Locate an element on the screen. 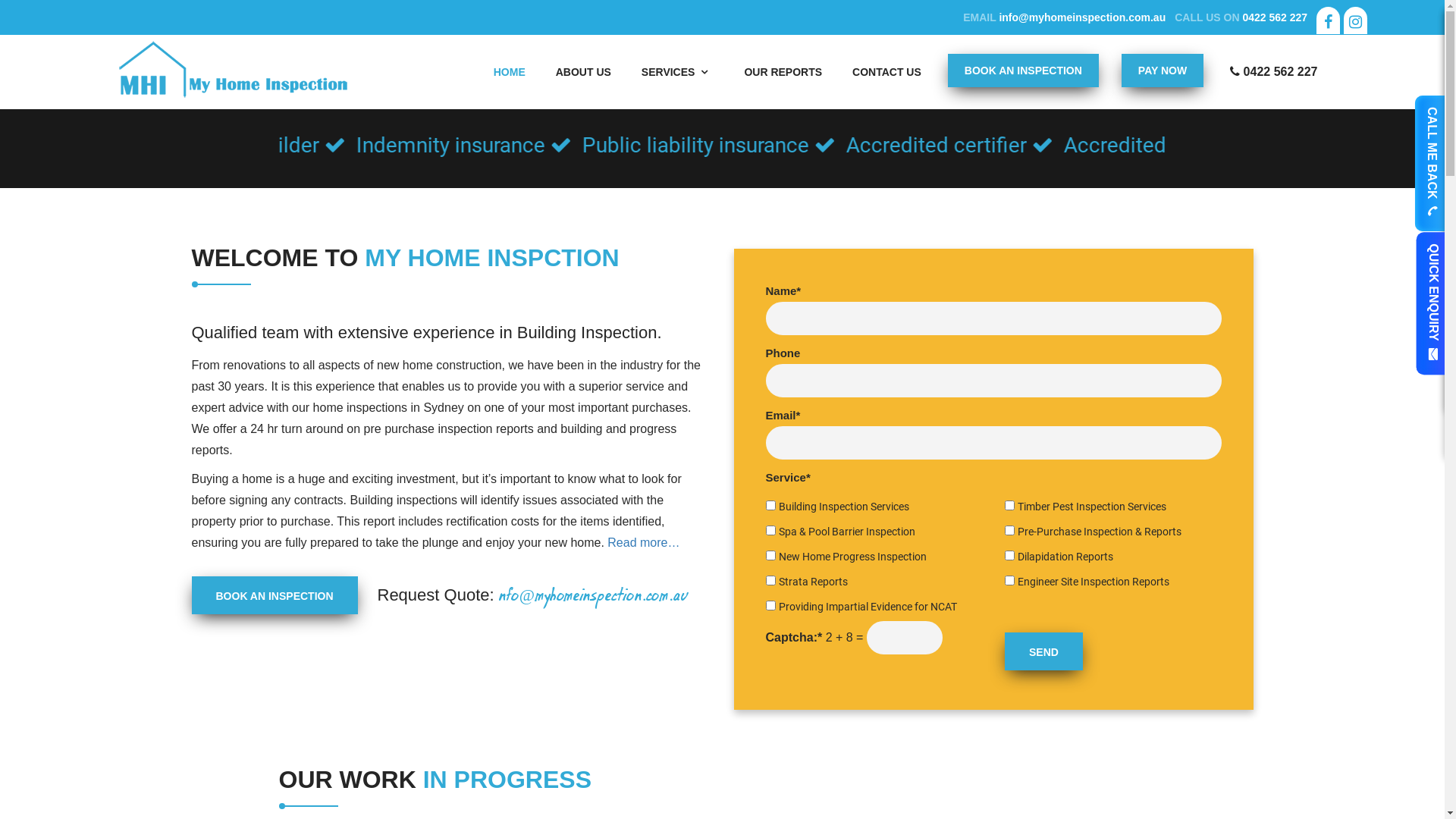 The height and width of the screenshot is (819, 1456). 'SEND' is located at coordinates (1043, 651).